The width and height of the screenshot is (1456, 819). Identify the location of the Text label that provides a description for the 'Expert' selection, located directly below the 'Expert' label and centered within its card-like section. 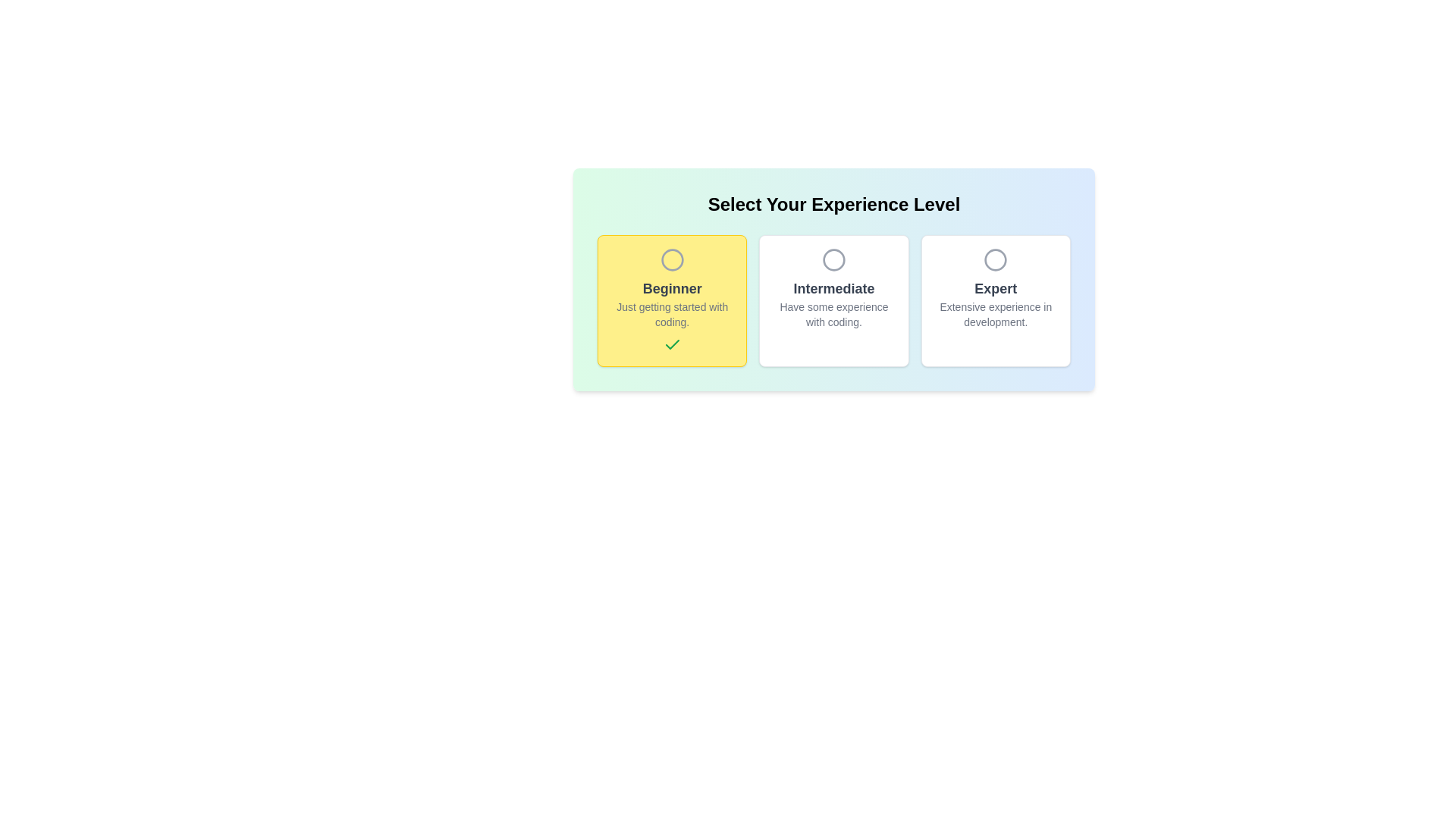
(996, 314).